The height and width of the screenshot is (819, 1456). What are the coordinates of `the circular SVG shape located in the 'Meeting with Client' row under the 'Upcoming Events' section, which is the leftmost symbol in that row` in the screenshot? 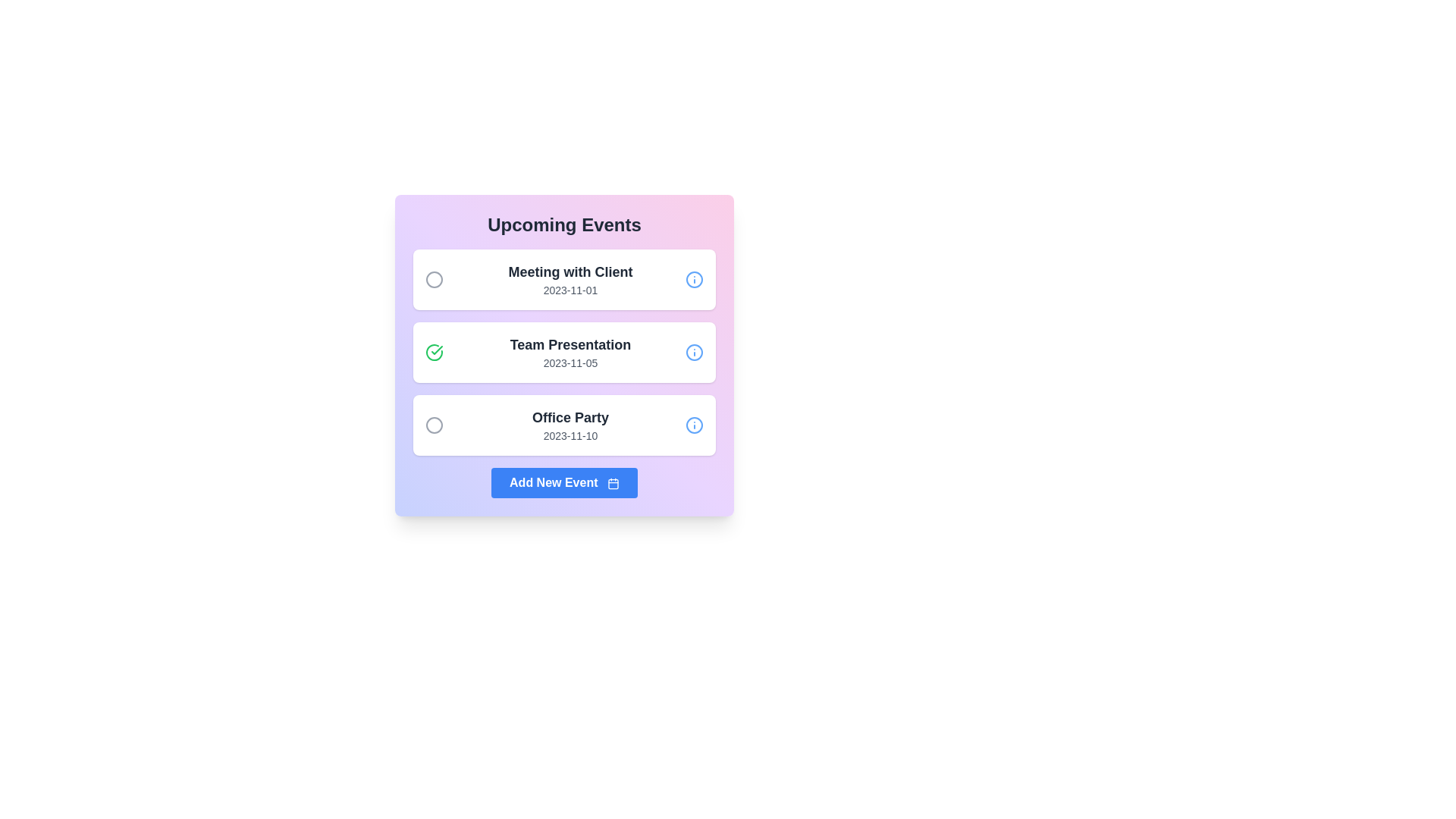 It's located at (433, 280).